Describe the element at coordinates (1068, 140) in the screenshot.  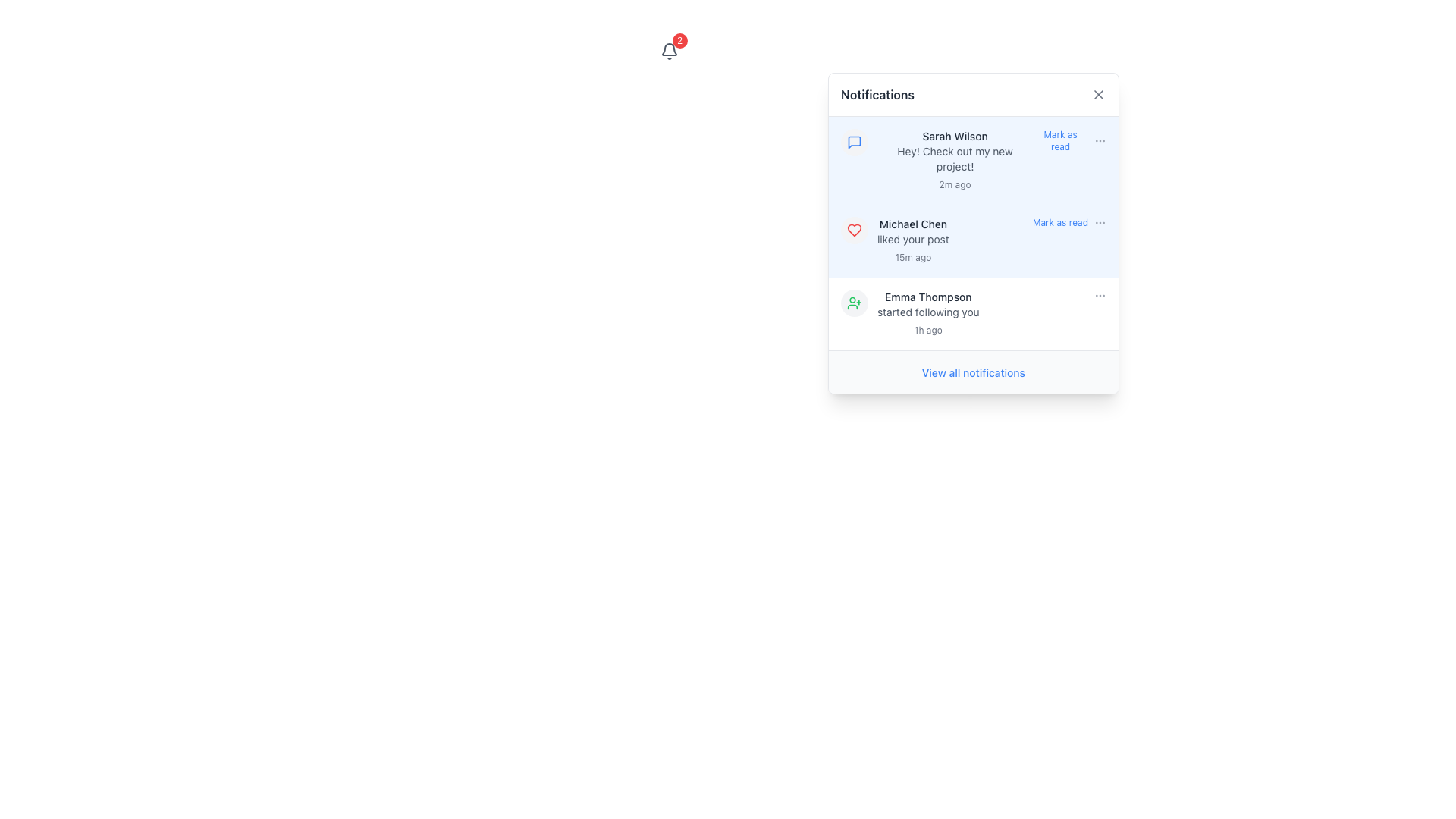
I see `the 'Mark as read' text-based interactive button located in the notification section` at that location.